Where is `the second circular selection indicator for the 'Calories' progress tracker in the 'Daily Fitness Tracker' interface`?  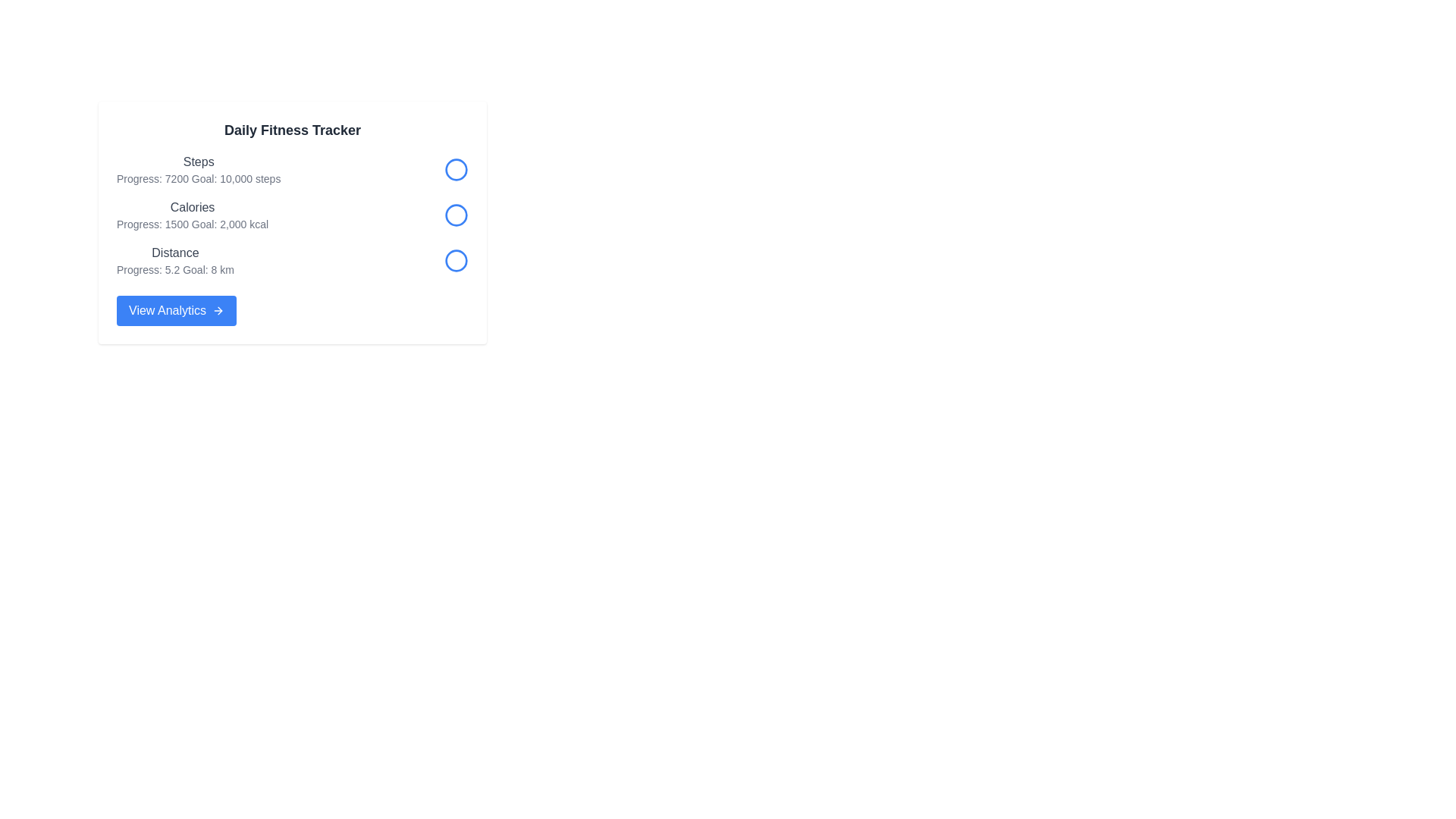
the second circular selection indicator for the 'Calories' progress tracker in the 'Daily Fitness Tracker' interface is located at coordinates (455, 215).